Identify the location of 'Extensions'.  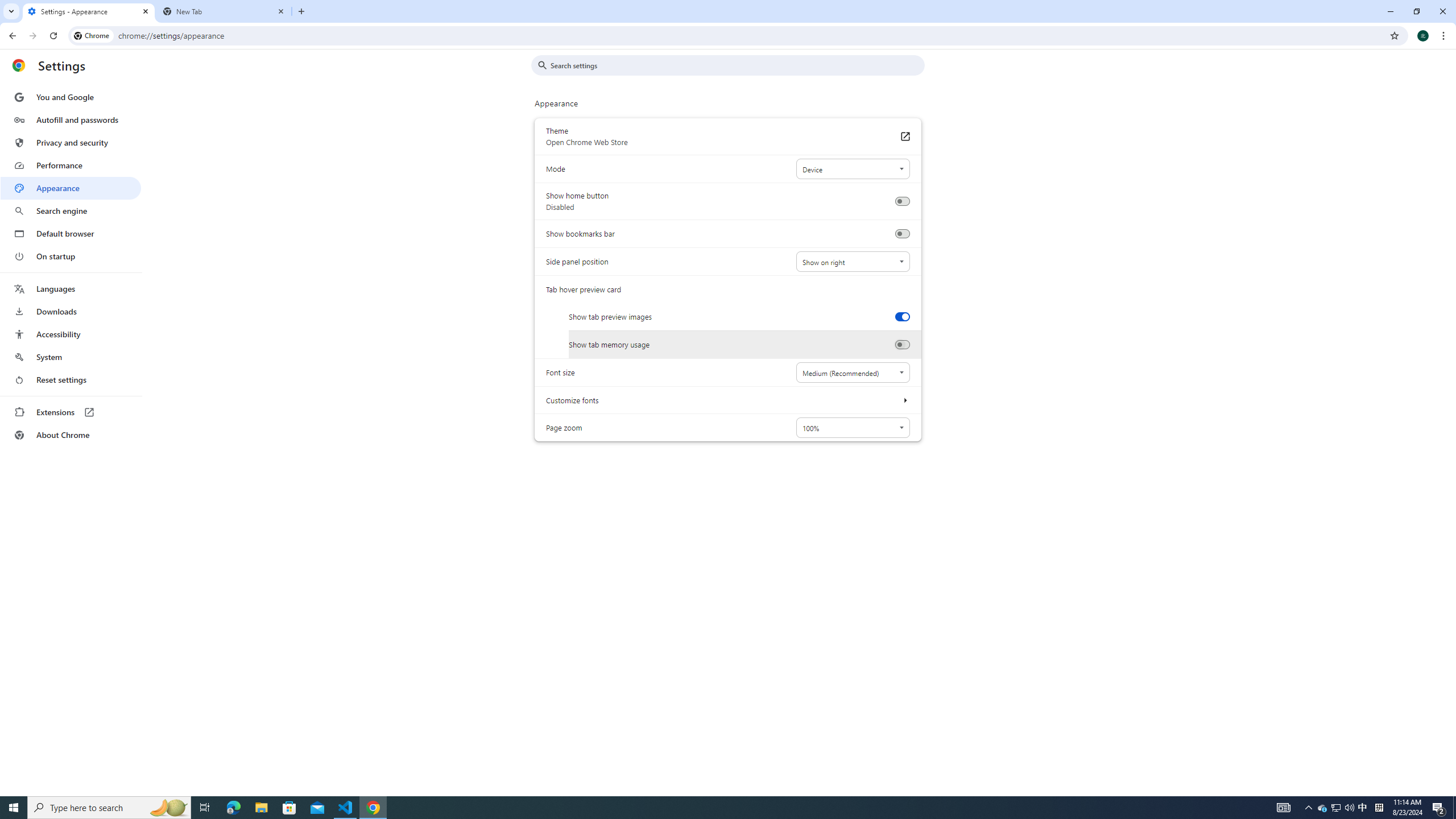
(70, 412).